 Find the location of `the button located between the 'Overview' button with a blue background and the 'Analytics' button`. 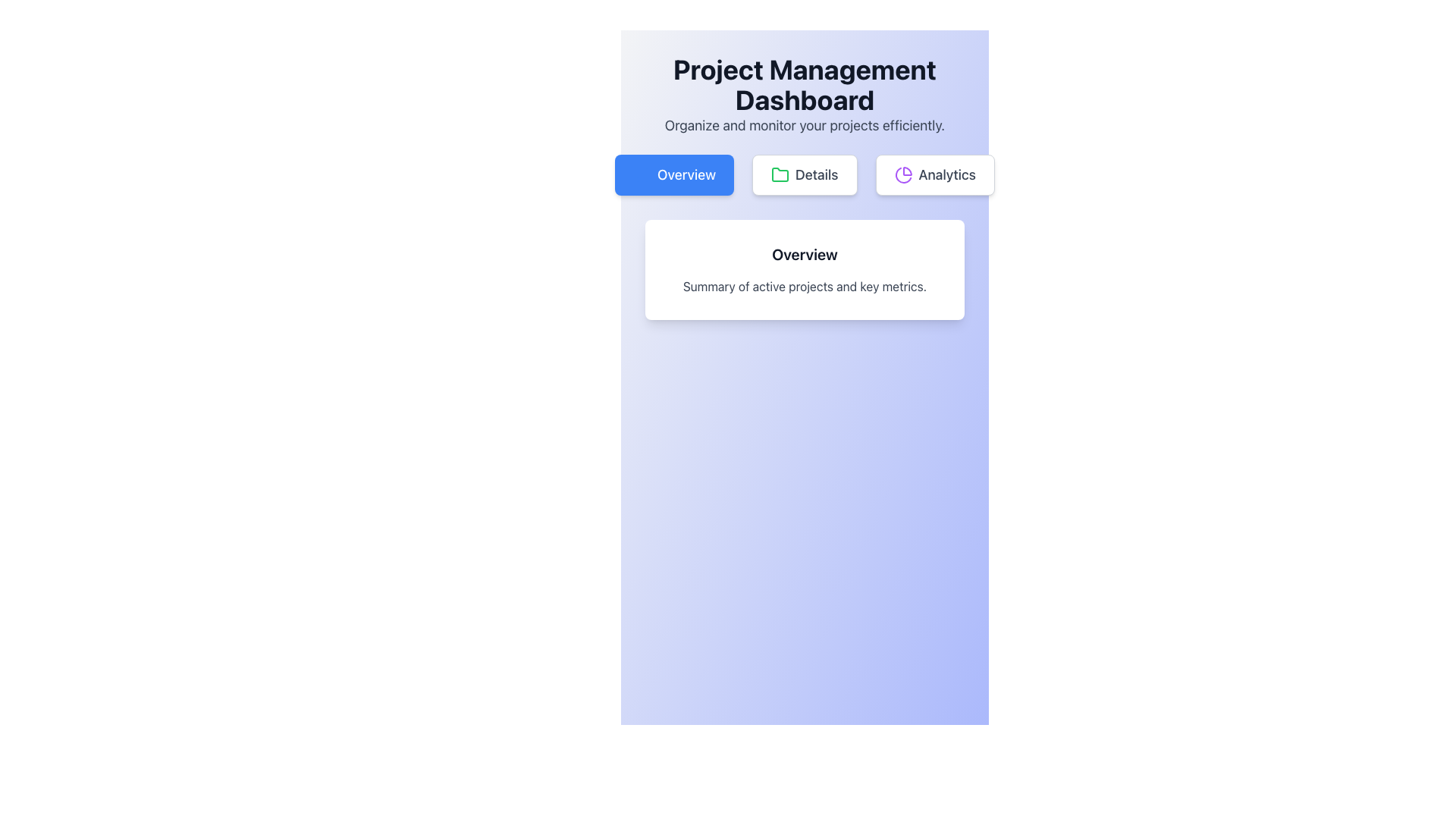

the button located between the 'Overview' button with a blue background and the 'Analytics' button is located at coordinates (803, 174).